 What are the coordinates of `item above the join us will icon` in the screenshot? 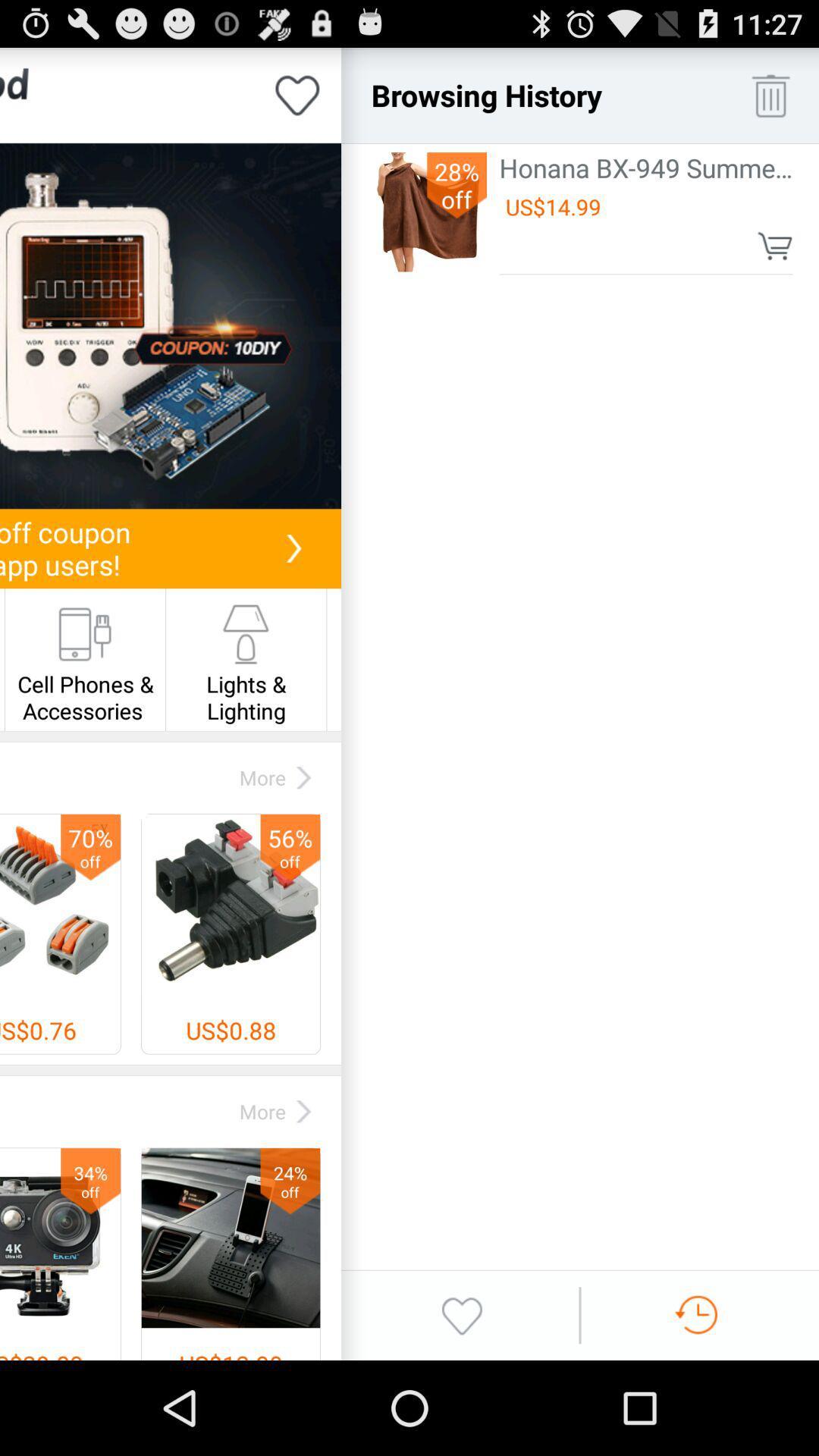 It's located at (170, 325).